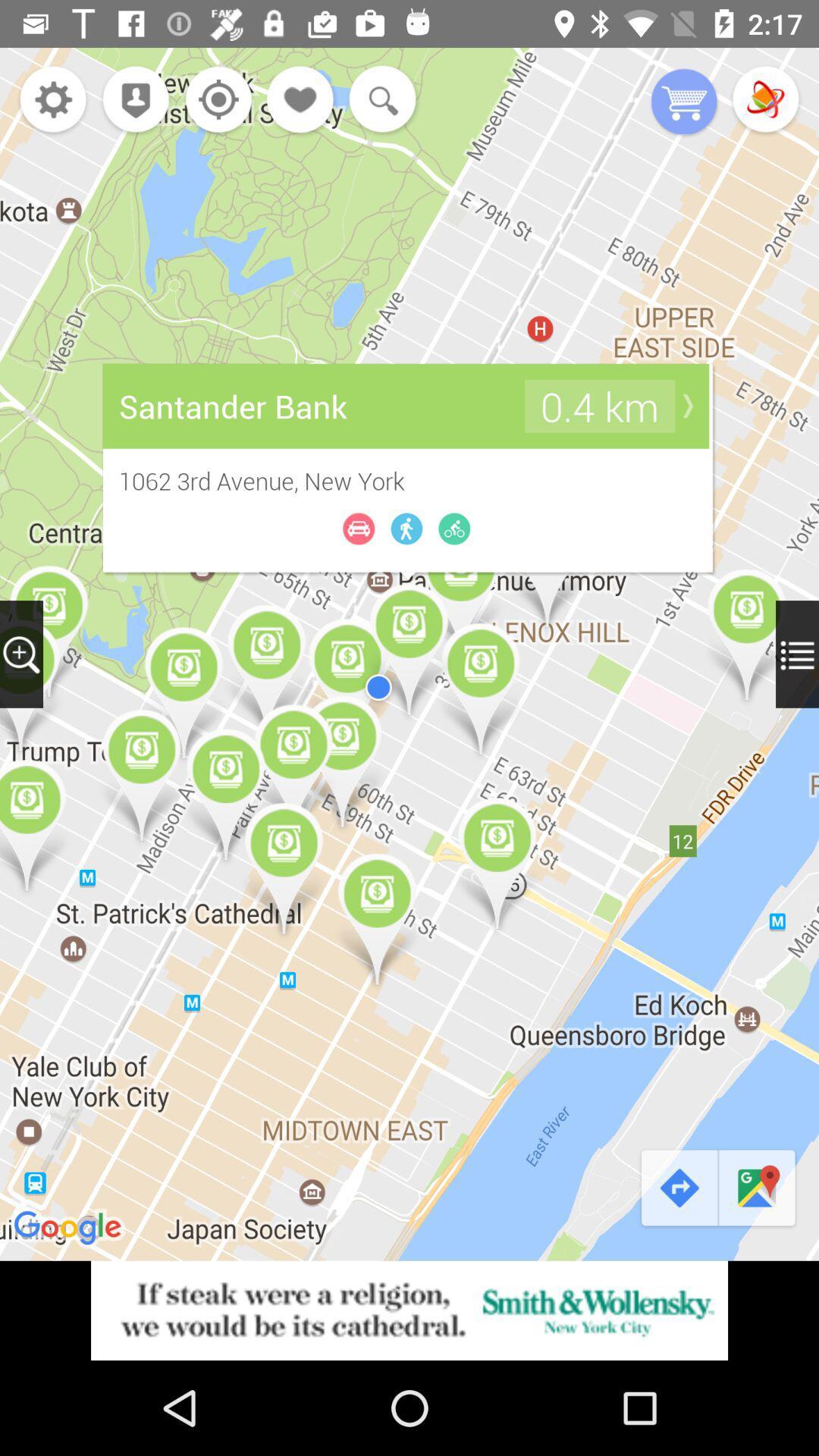 This screenshot has height=1456, width=819. What do you see at coordinates (130, 100) in the screenshot?
I see `the location icon` at bounding box center [130, 100].